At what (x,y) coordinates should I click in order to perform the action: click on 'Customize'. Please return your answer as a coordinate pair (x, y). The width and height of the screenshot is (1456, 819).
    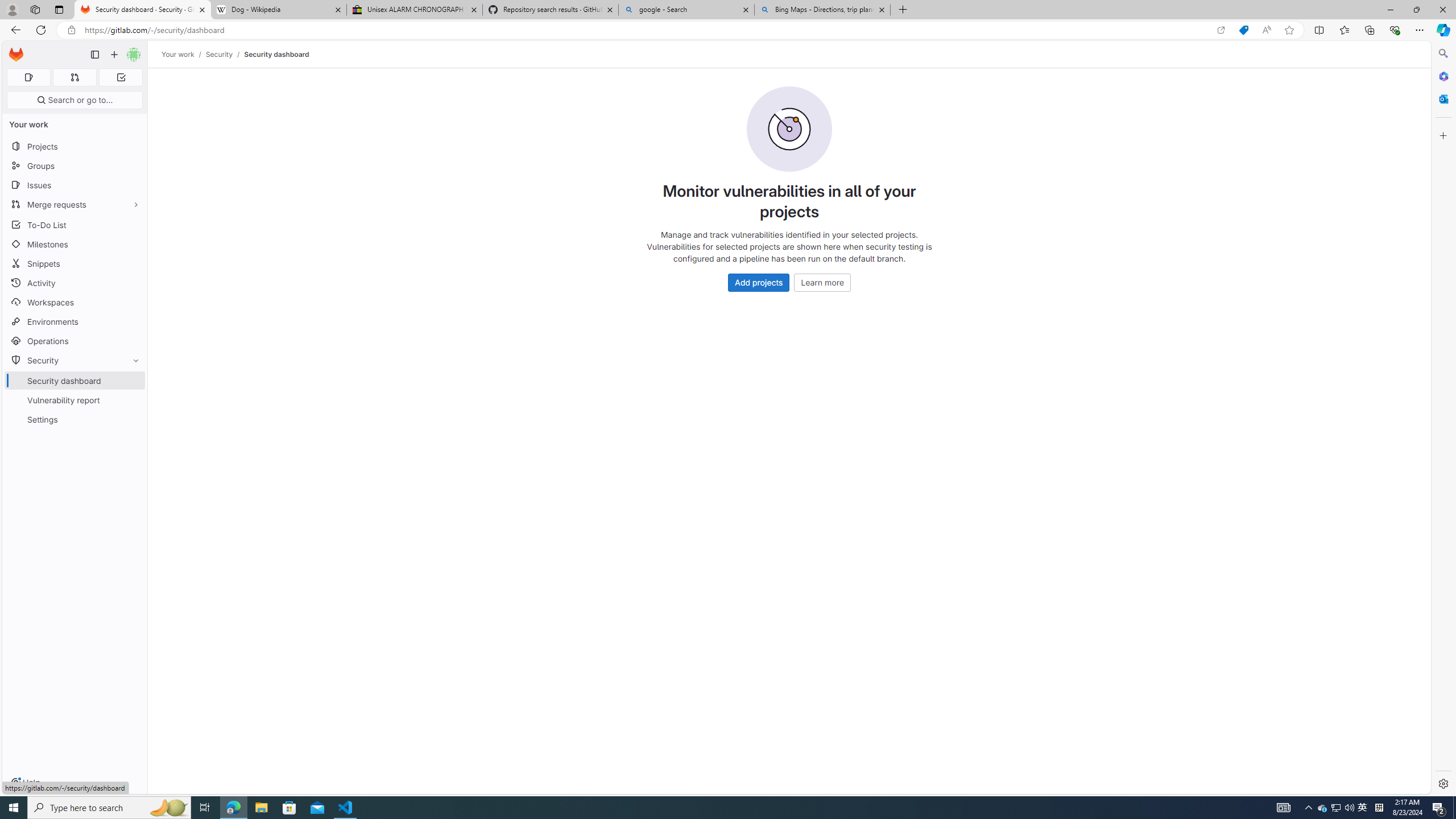
    Looking at the image, I should click on (1442, 135).